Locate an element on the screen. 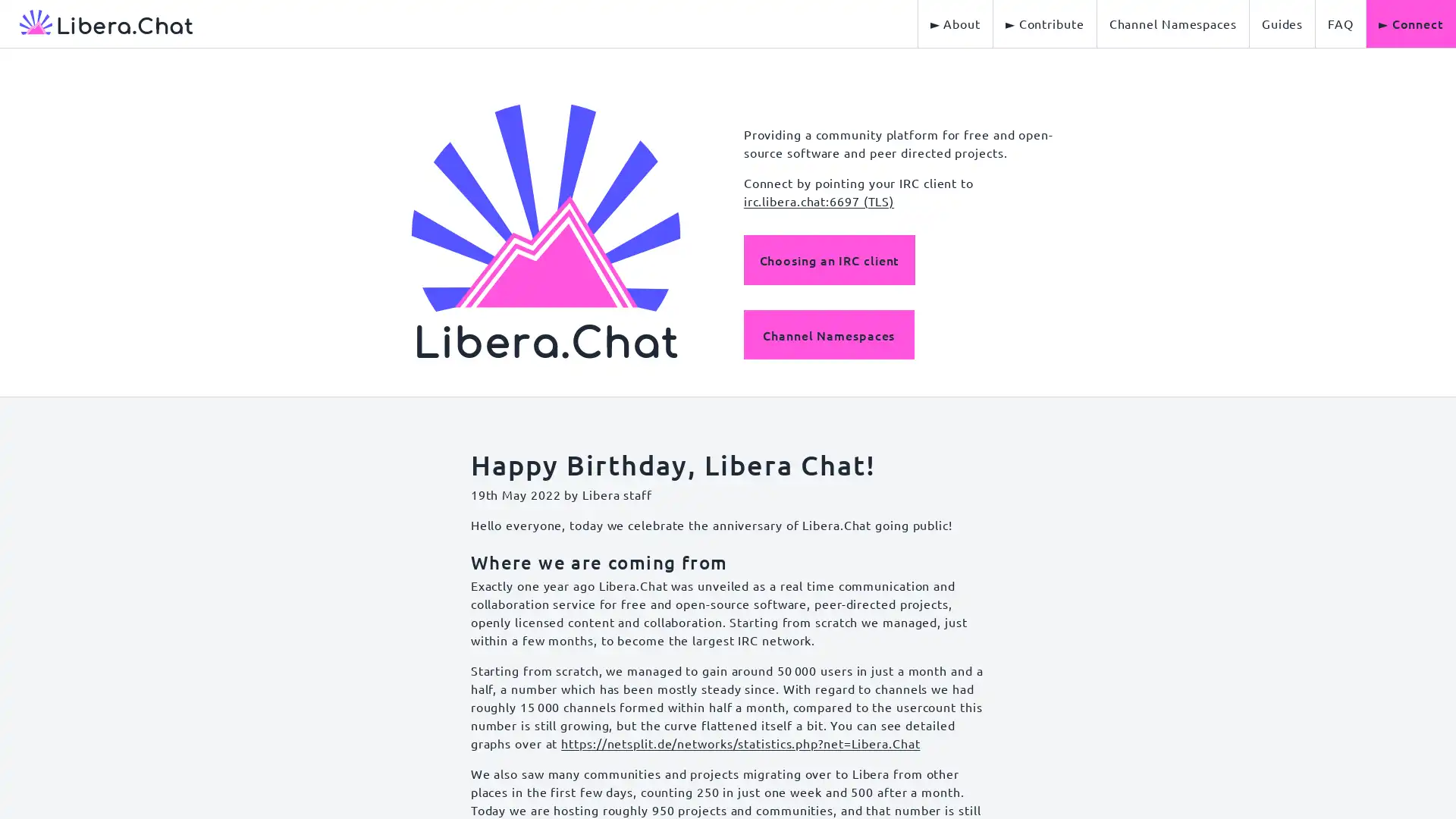 Image resolution: width=1456 pixels, height=819 pixels. Channel Namespaces is located at coordinates (827, 333).